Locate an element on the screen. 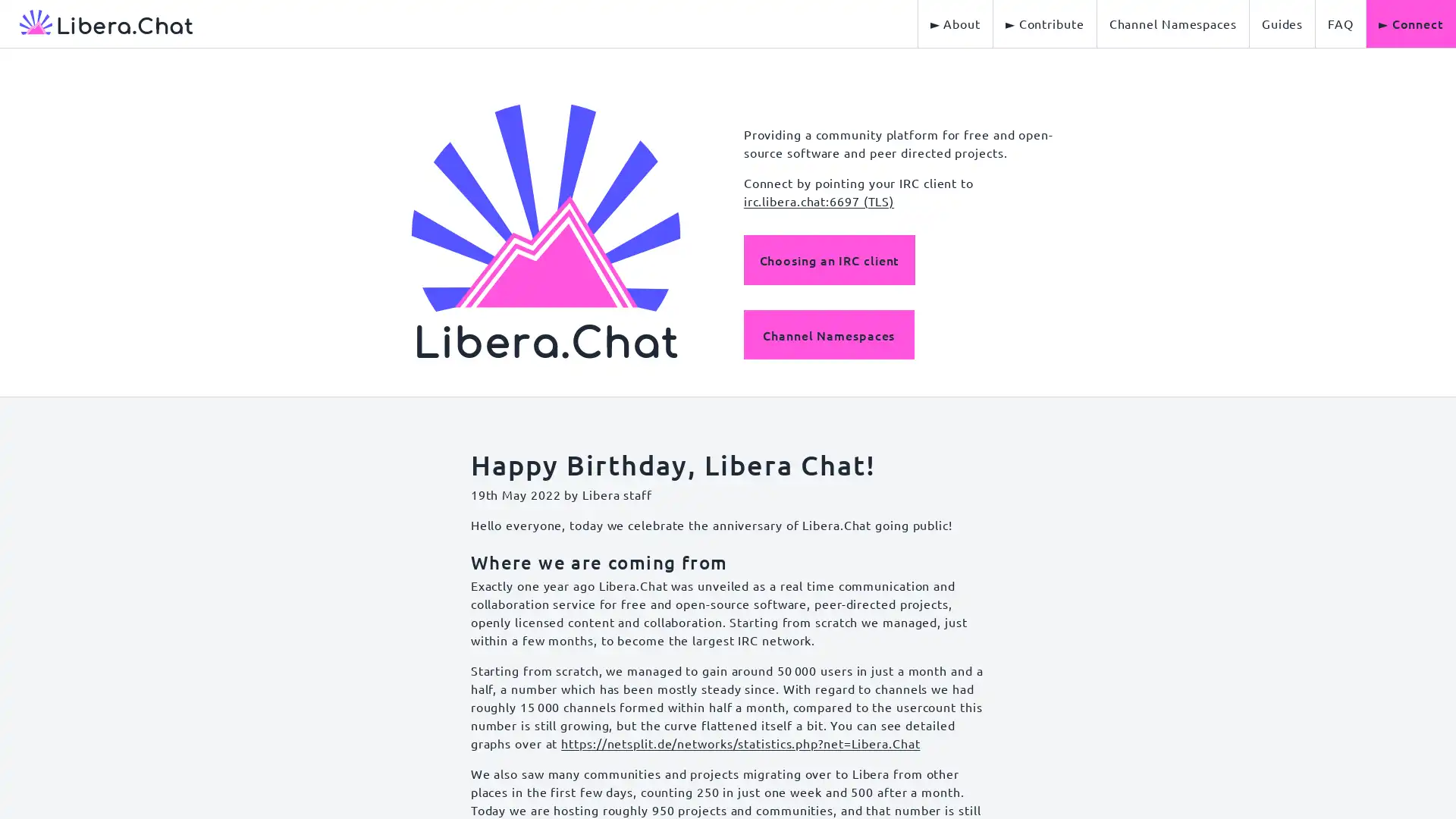 Image resolution: width=1456 pixels, height=819 pixels. Channel Namespaces is located at coordinates (827, 333).